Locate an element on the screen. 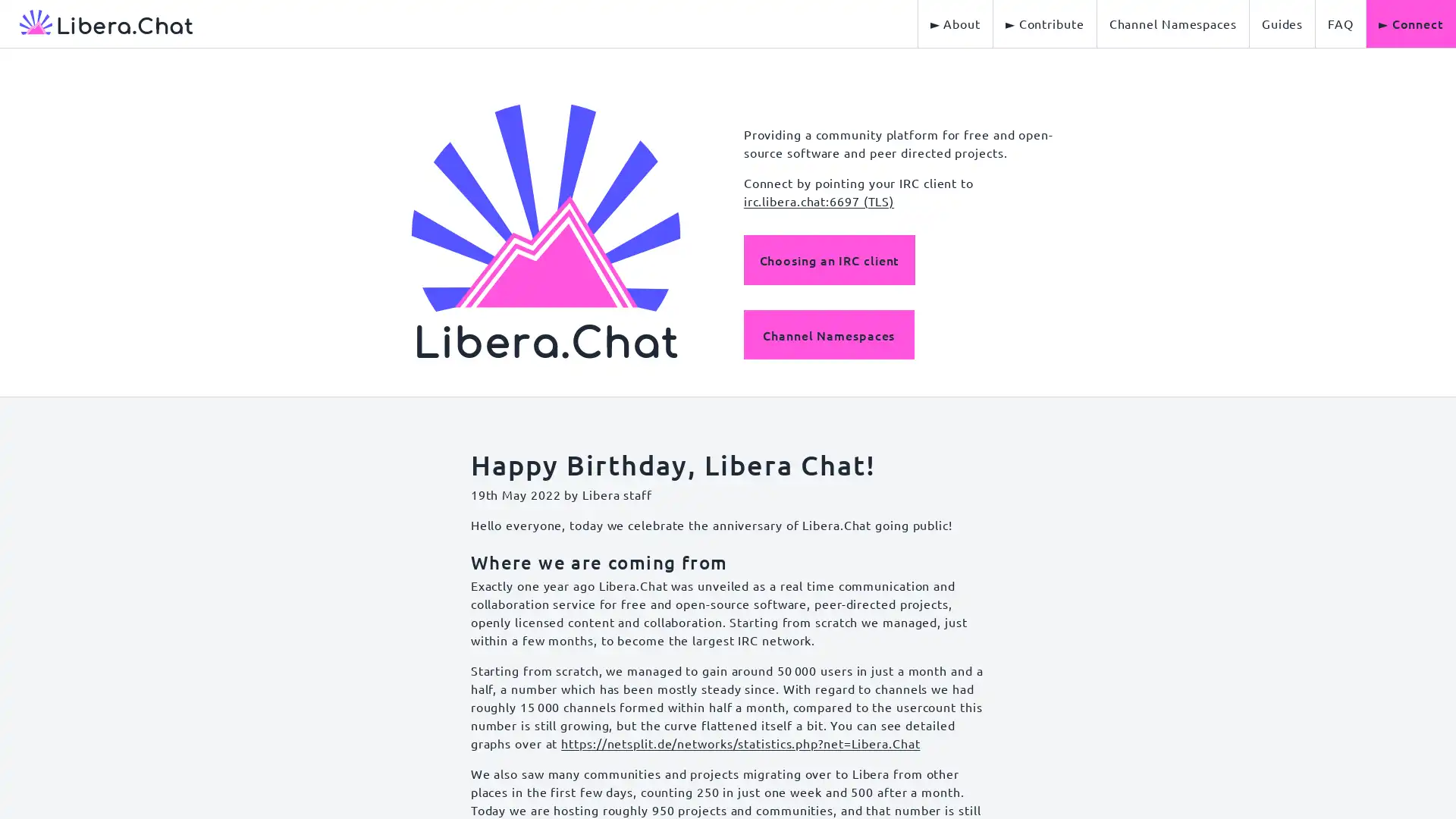 Image resolution: width=1456 pixels, height=819 pixels. Channel Namespaces is located at coordinates (827, 333).